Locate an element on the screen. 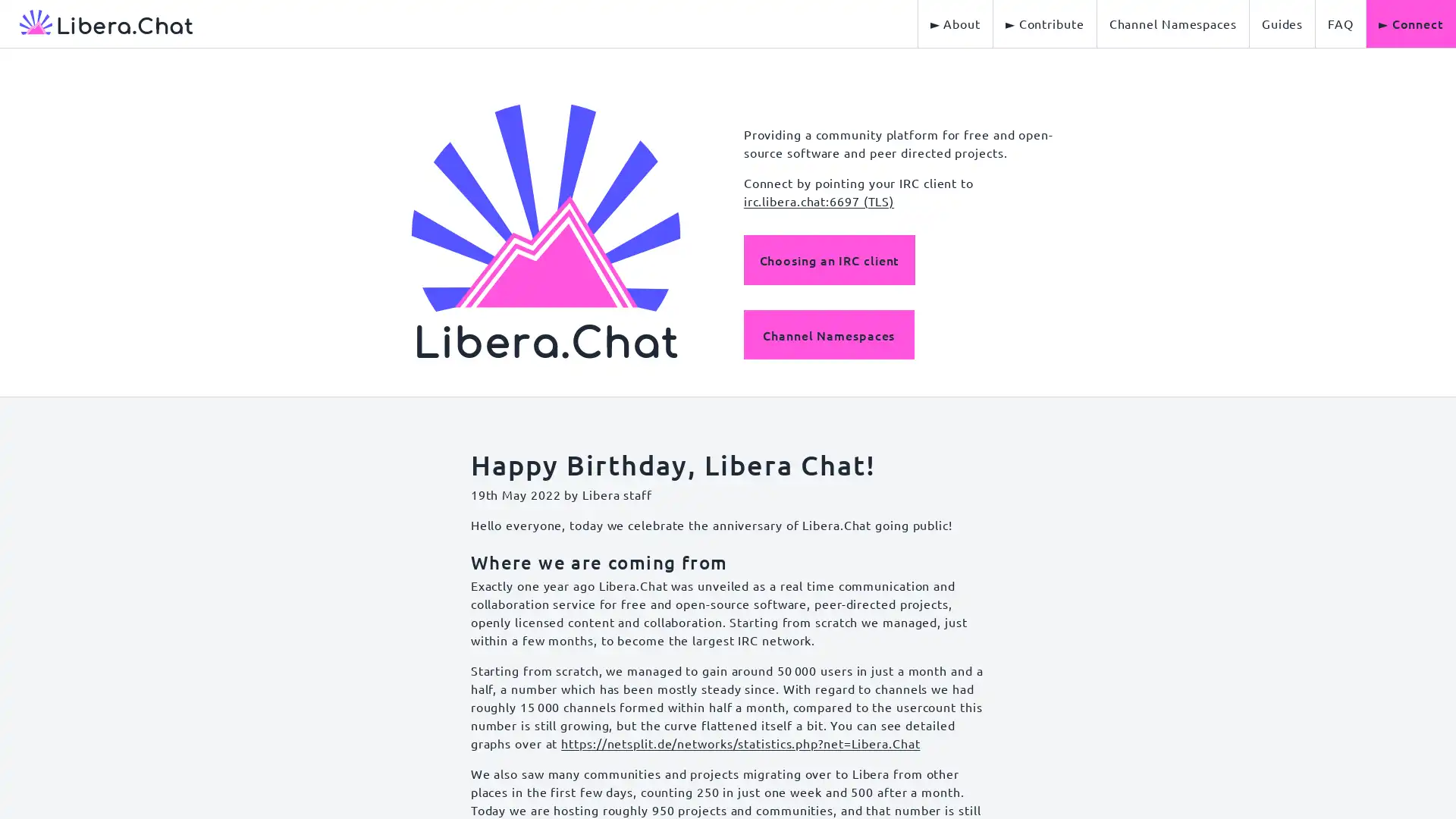 Image resolution: width=1456 pixels, height=819 pixels. Channel Namespaces is located at coordinates (827, 333).